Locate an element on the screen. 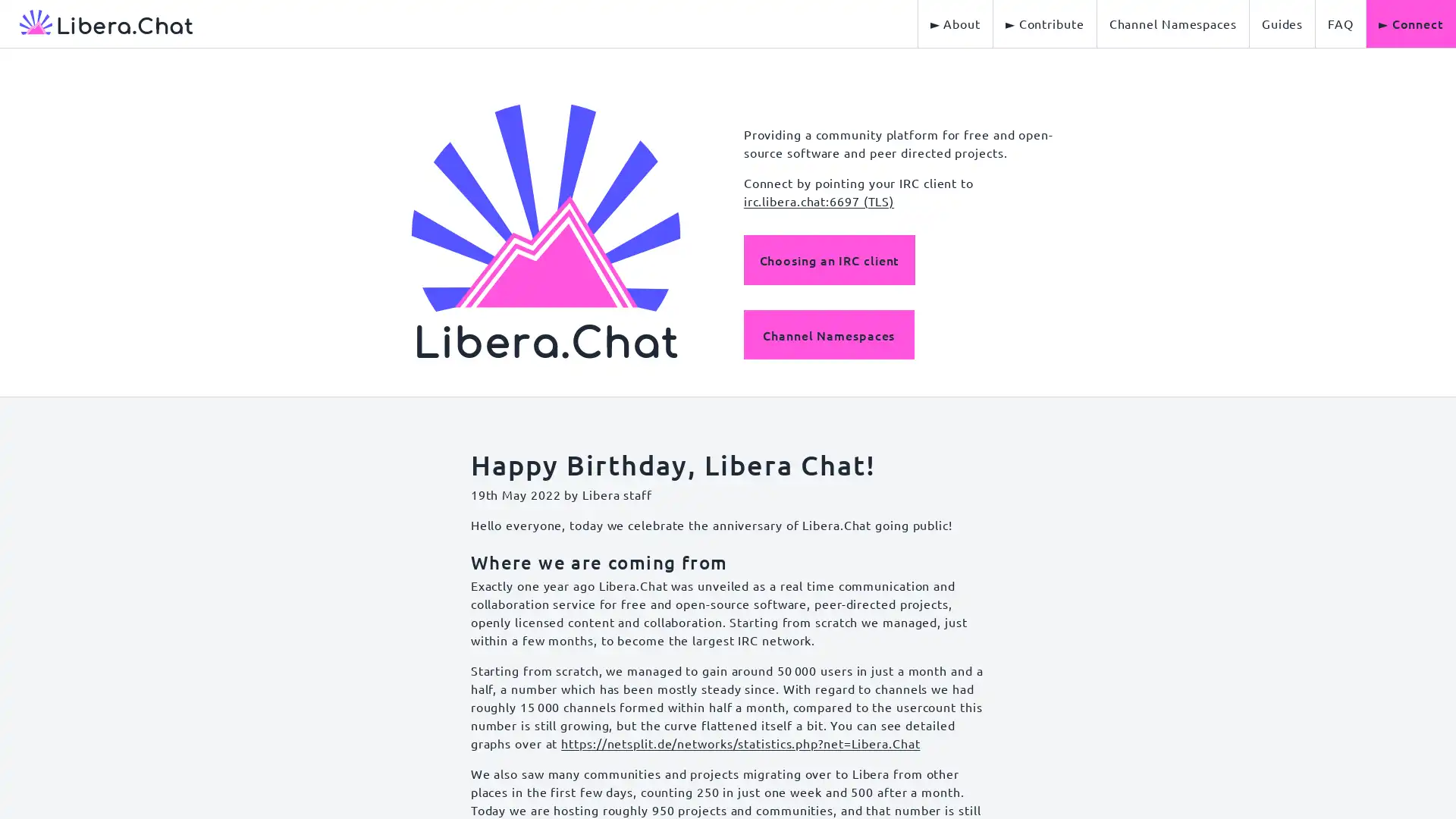 Image resolution: width=1456 pixels, height=819 pixels. Channel Namespaces is located at coordinates (827, 333).